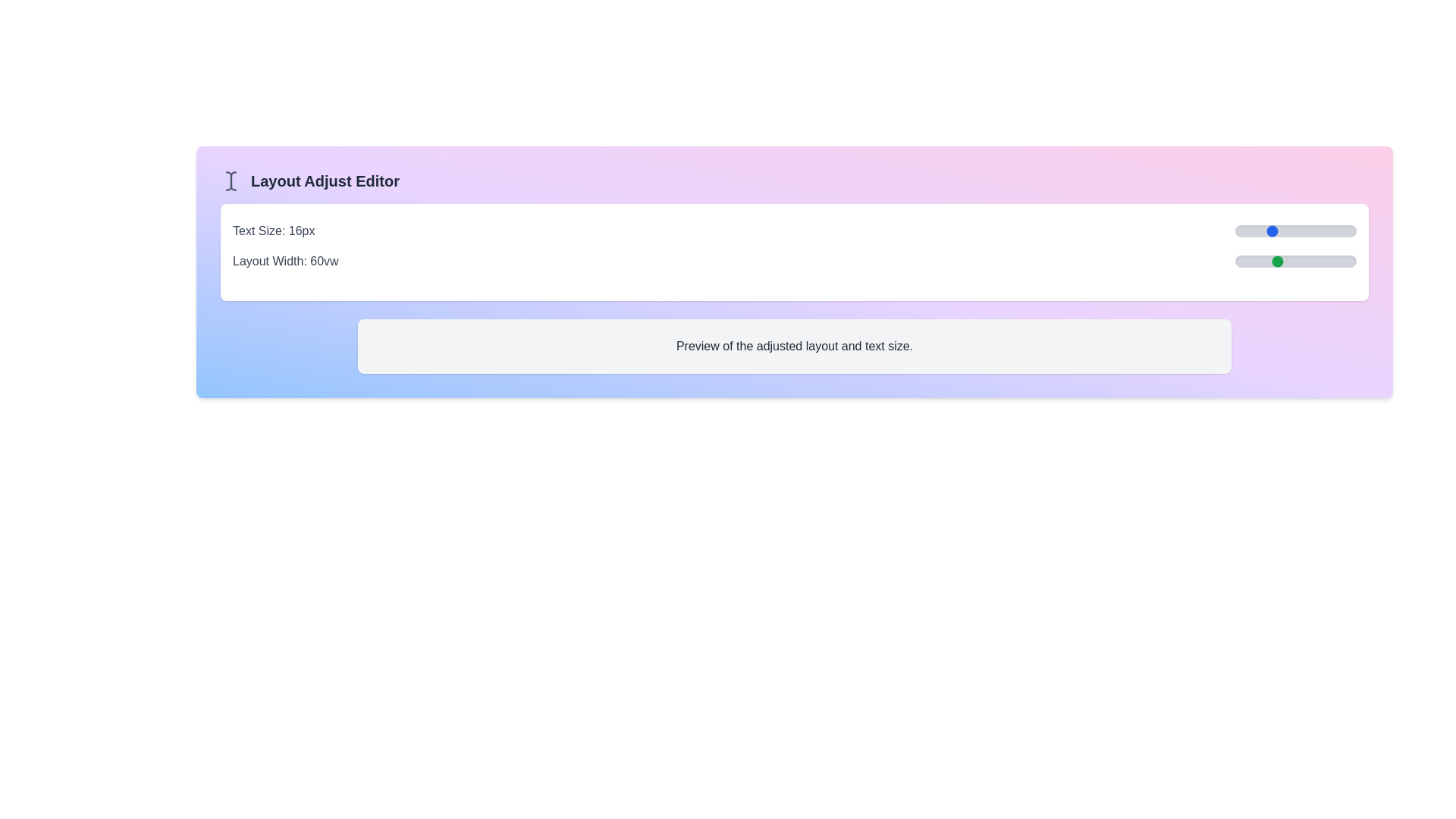 The height and width of the screenshot is (819, 1456). I want to click on the text size, so click(1239, 231).